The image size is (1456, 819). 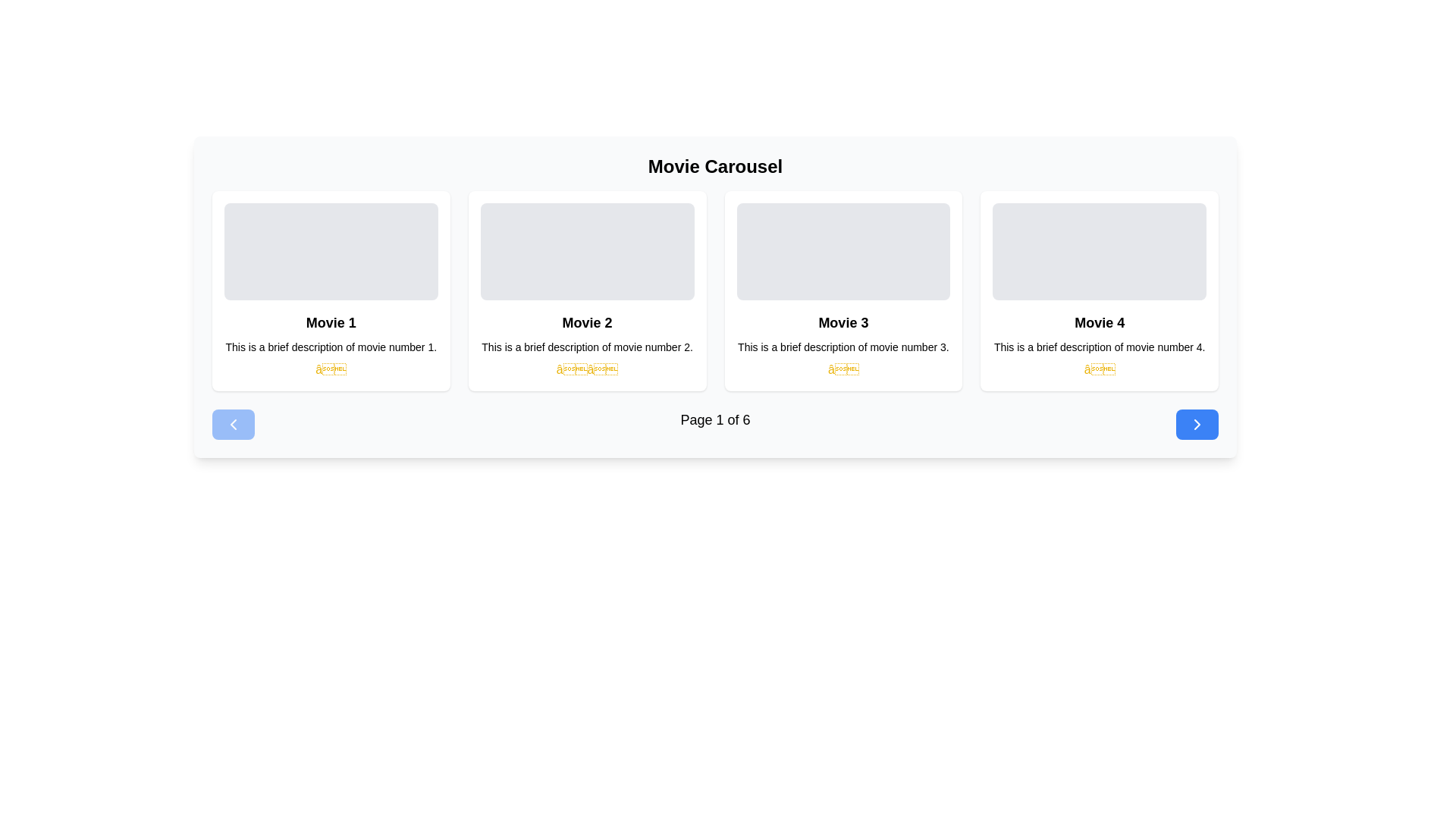 What do you see at coordinates (330, 322) in the screenshot?
I see `the text label that serves as the title of the movie, located below the image placeholder in the movie information card` at bounding box center [330, 322].